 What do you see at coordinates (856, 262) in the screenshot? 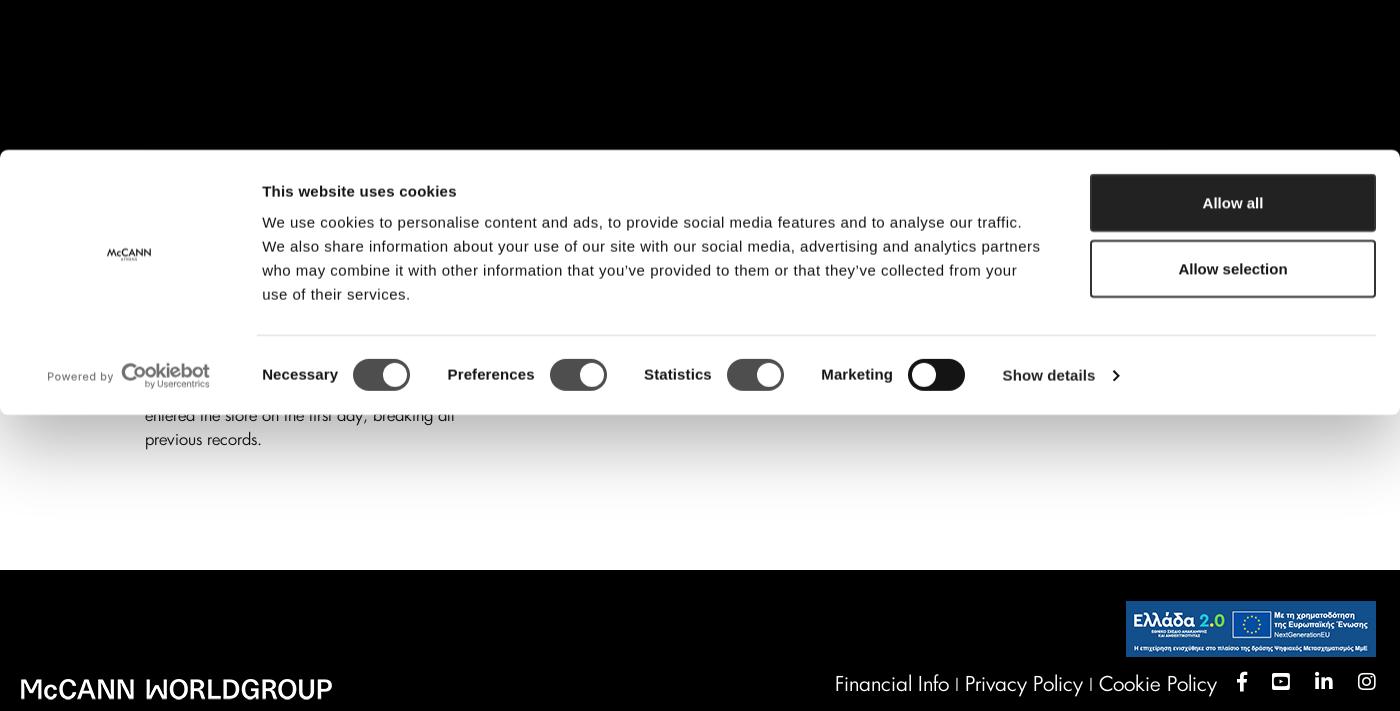
I see `'Marketing'` at bounding box center [856, 262].